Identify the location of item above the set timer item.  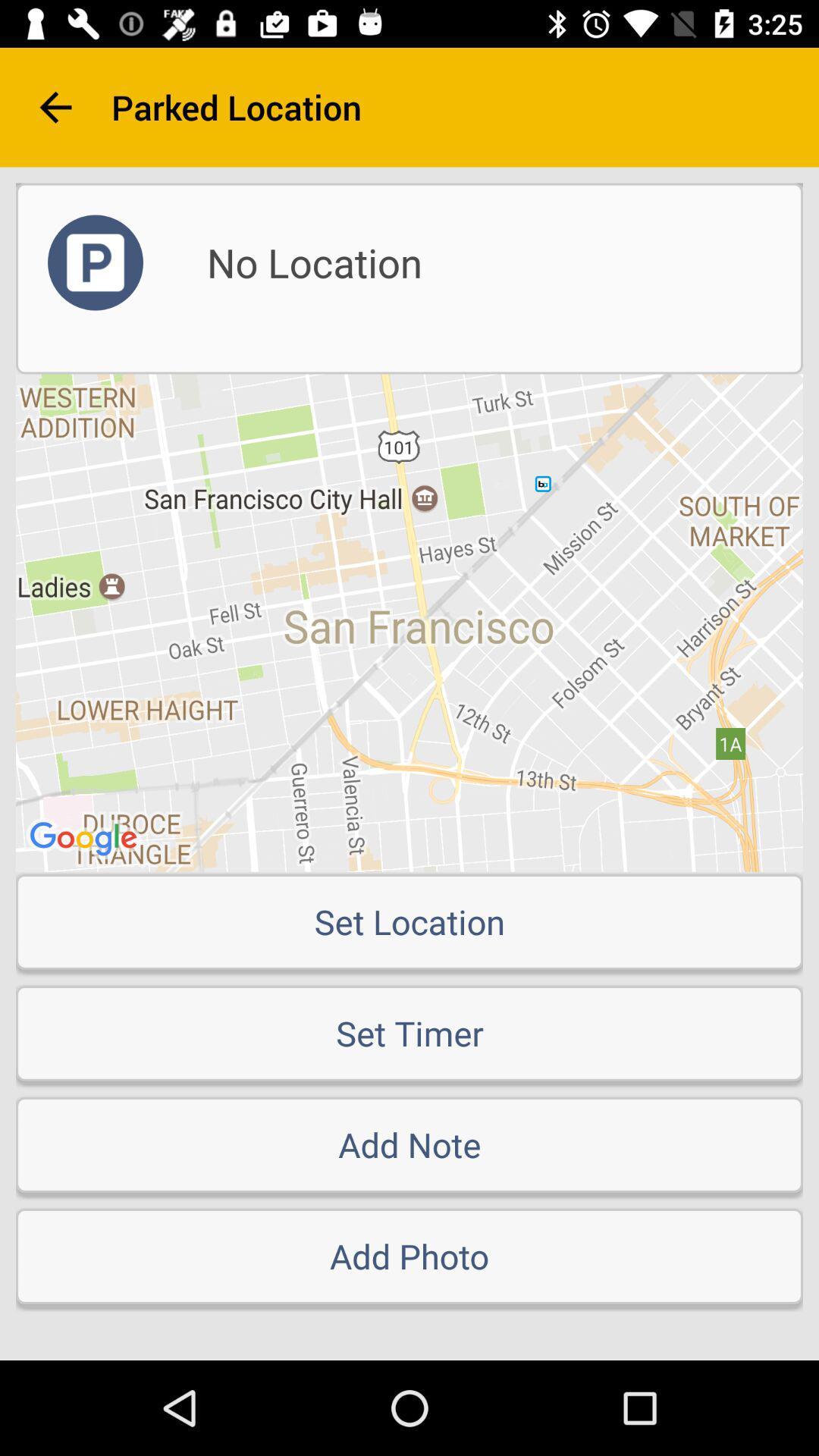
(409, 921).